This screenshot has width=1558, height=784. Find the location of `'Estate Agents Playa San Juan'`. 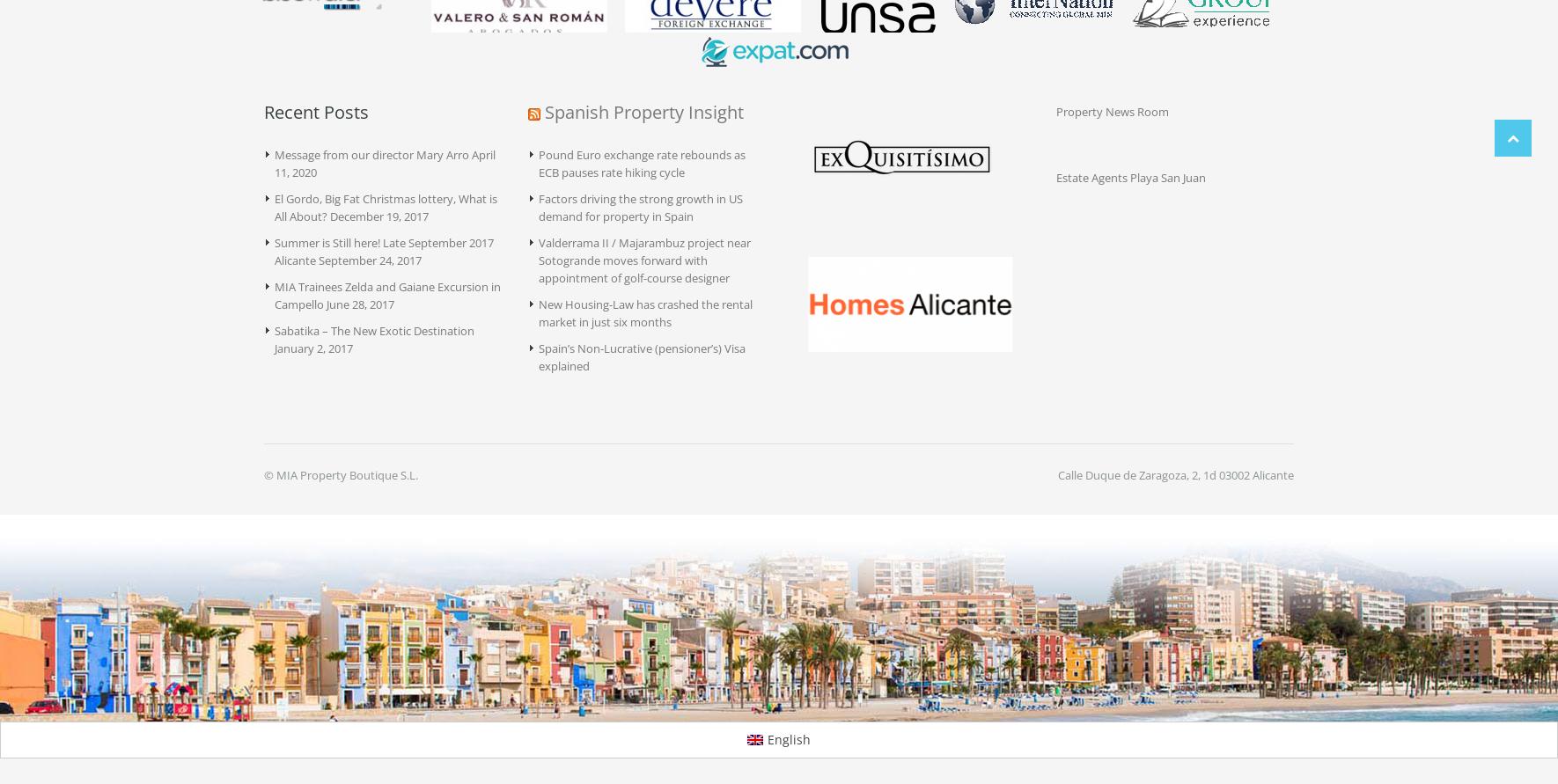

'Estate Agents Playa San Juan' is located at coordinates (1130, 177).